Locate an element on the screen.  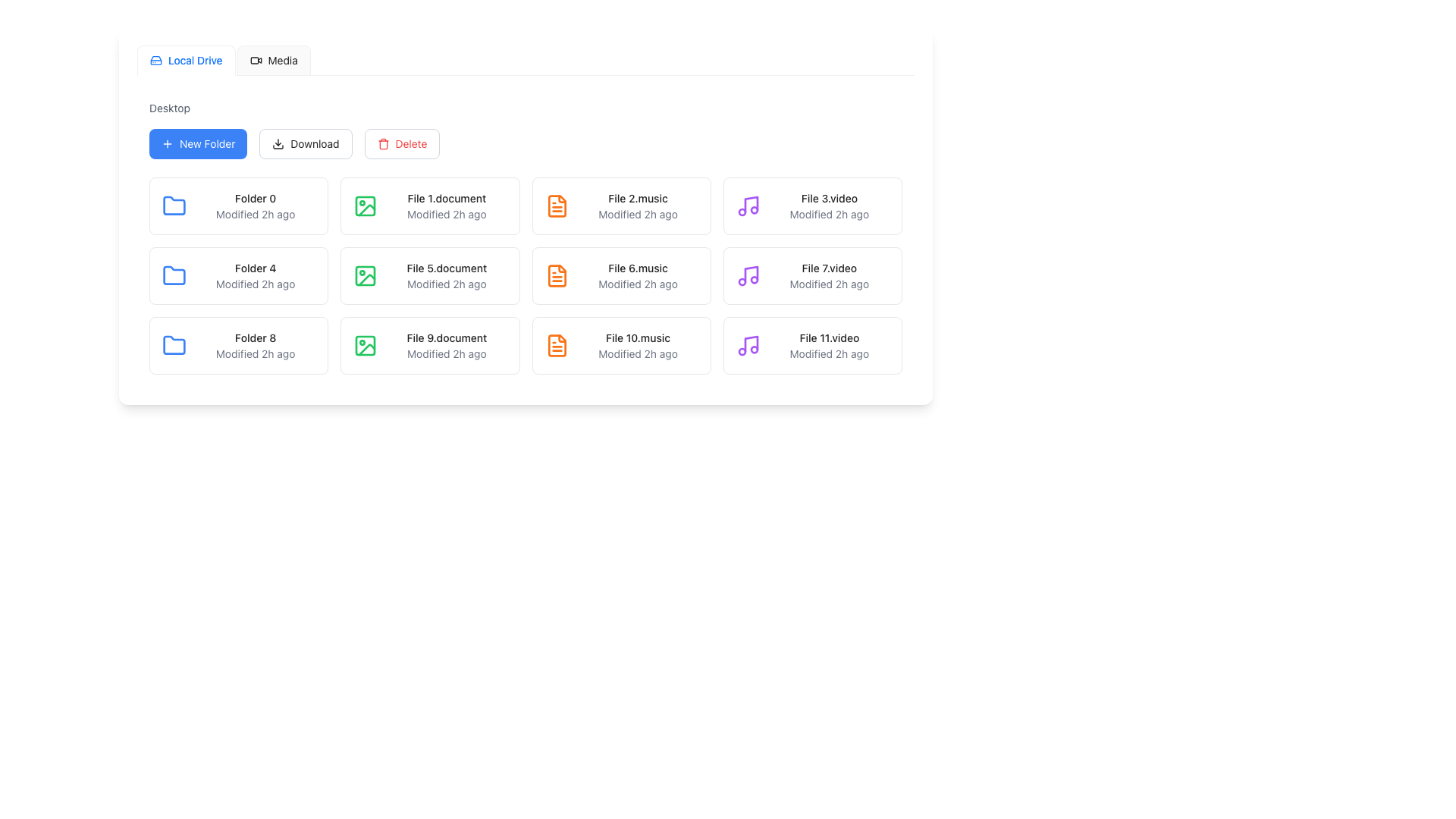
the clickable text link labeled 'Desktop' to observe the hover effect, which is located near the top-left corner of the interface, aligned with 'Local Drive' is located at coordinates (169, 107).